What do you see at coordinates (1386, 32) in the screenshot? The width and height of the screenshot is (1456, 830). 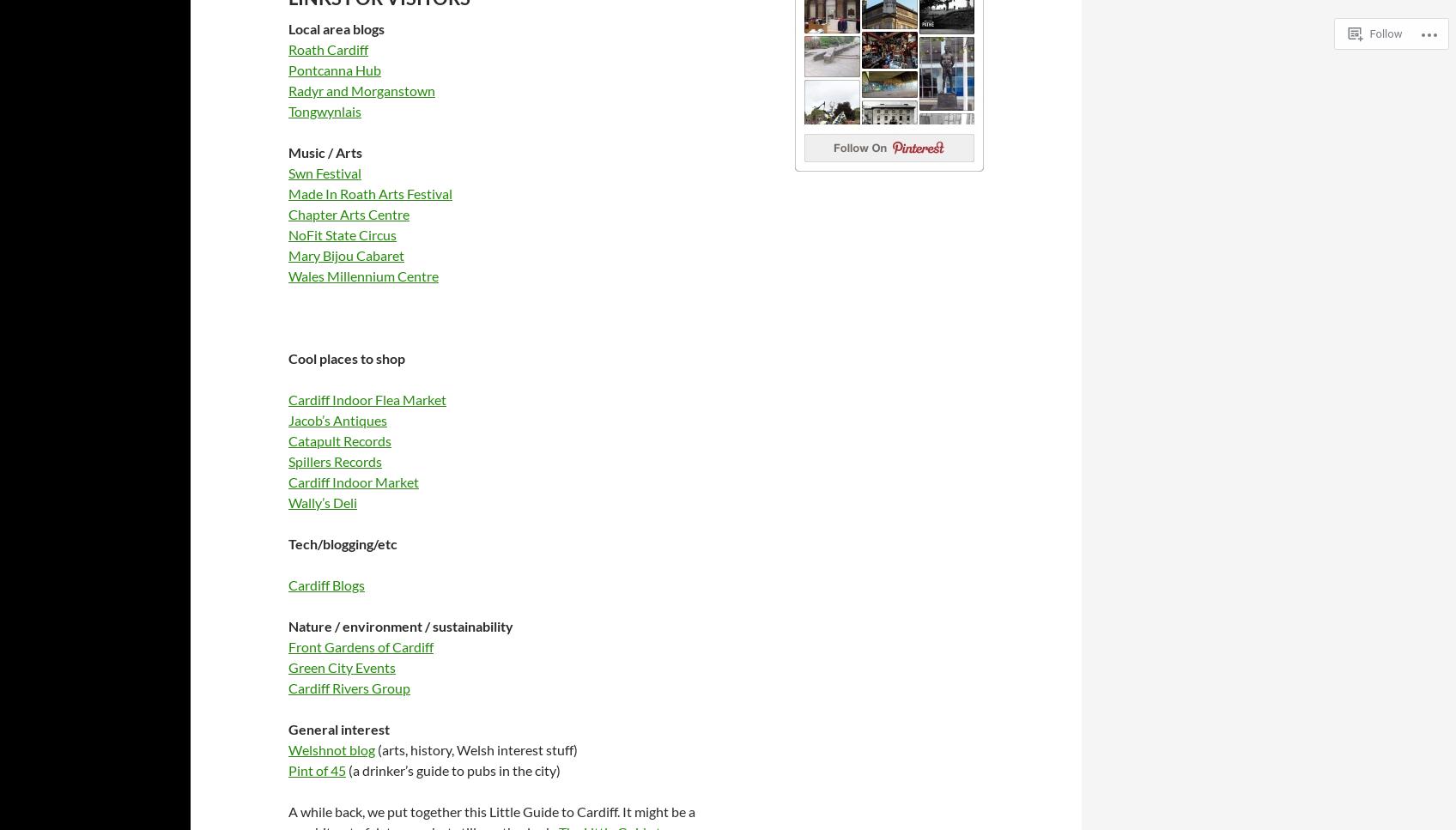 I see `'Follow'` at bounding box center [1386, 32].